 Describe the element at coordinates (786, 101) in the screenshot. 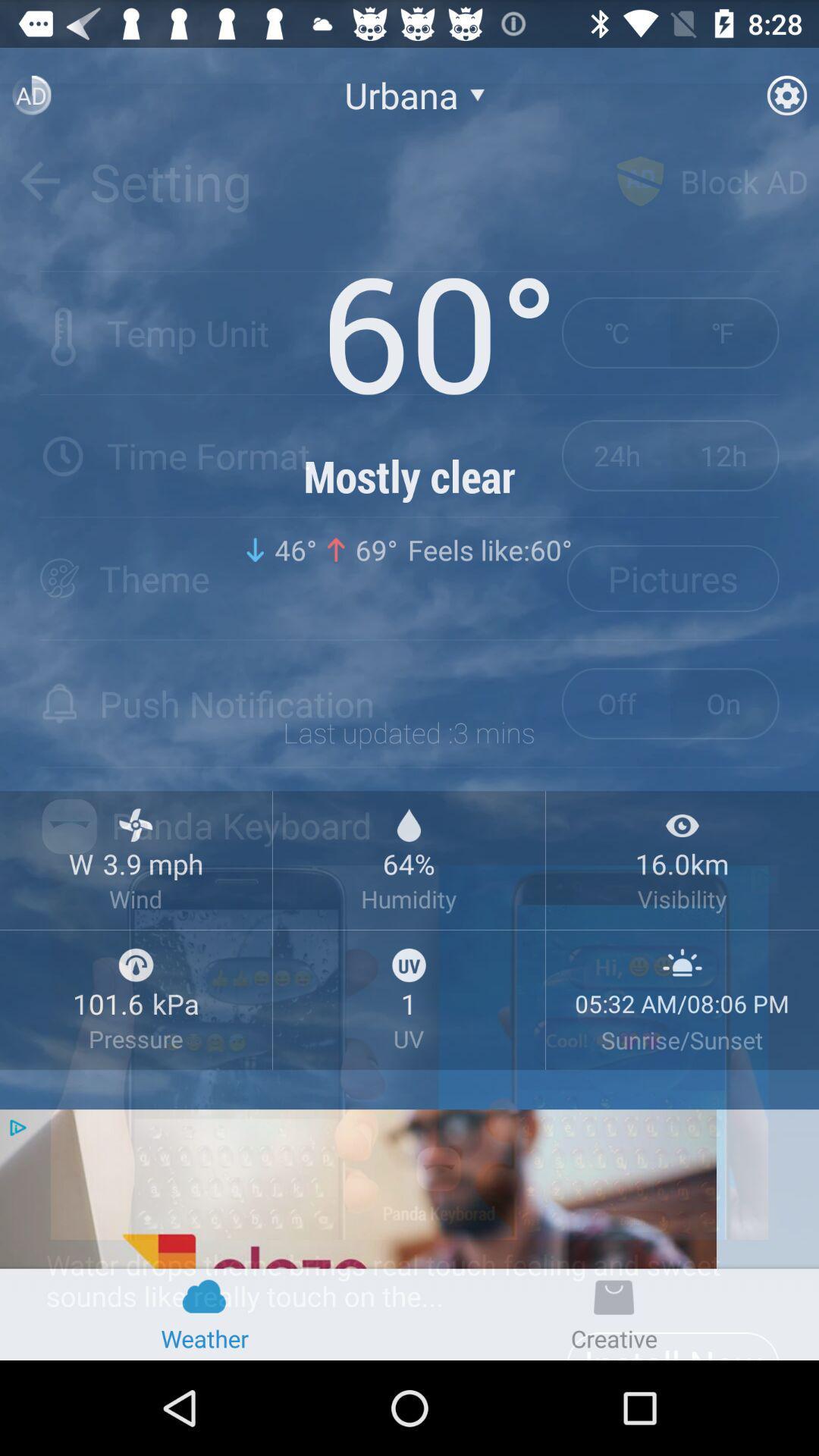

I see `the settings icon` at that location.